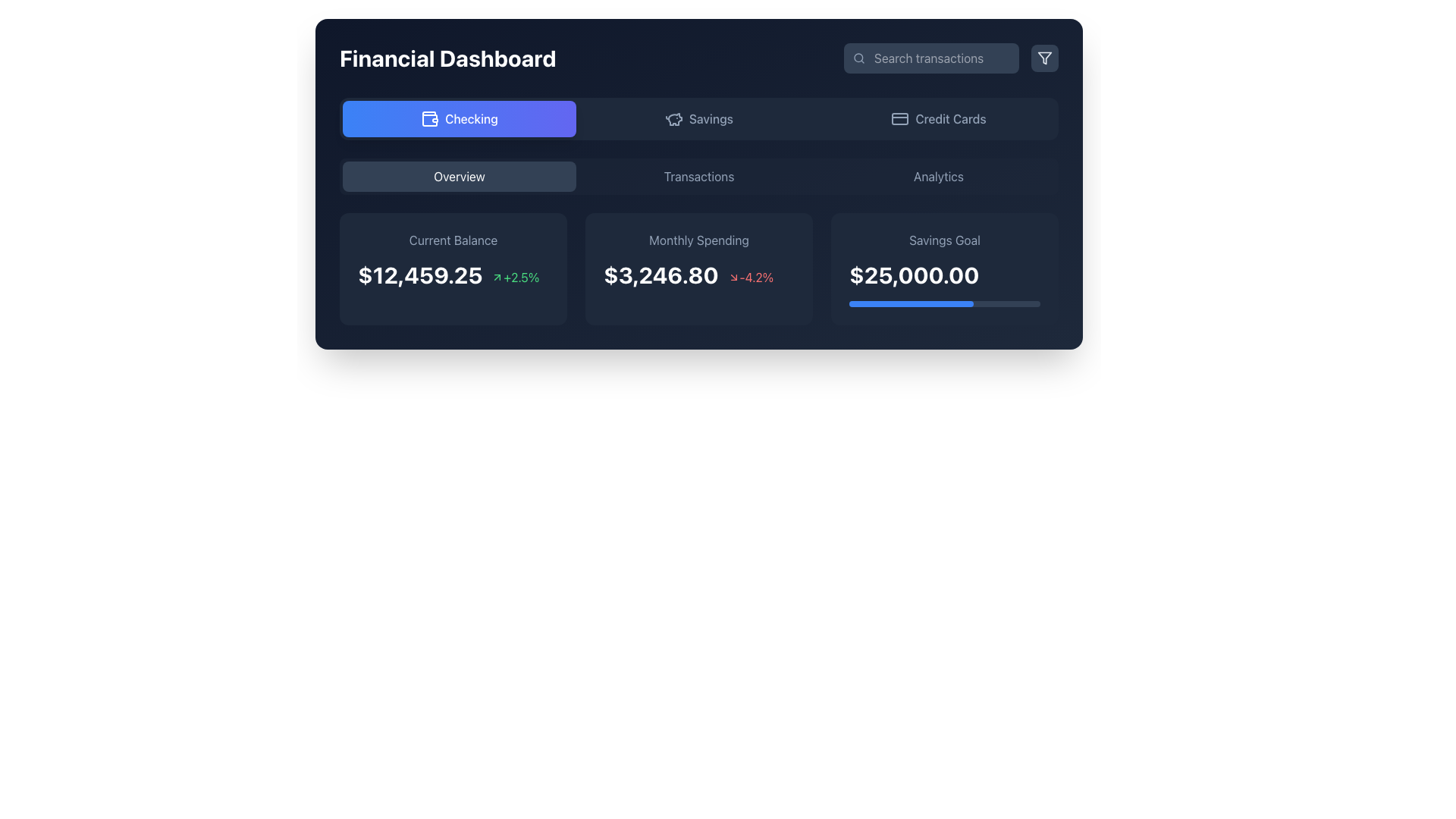  I want to click on the 'Savings' label in the navigation menu, which is styled in medium-weight gray font and is located adjacent to the 'Checking' and 'Credit Cards' options, so click(710, 118).